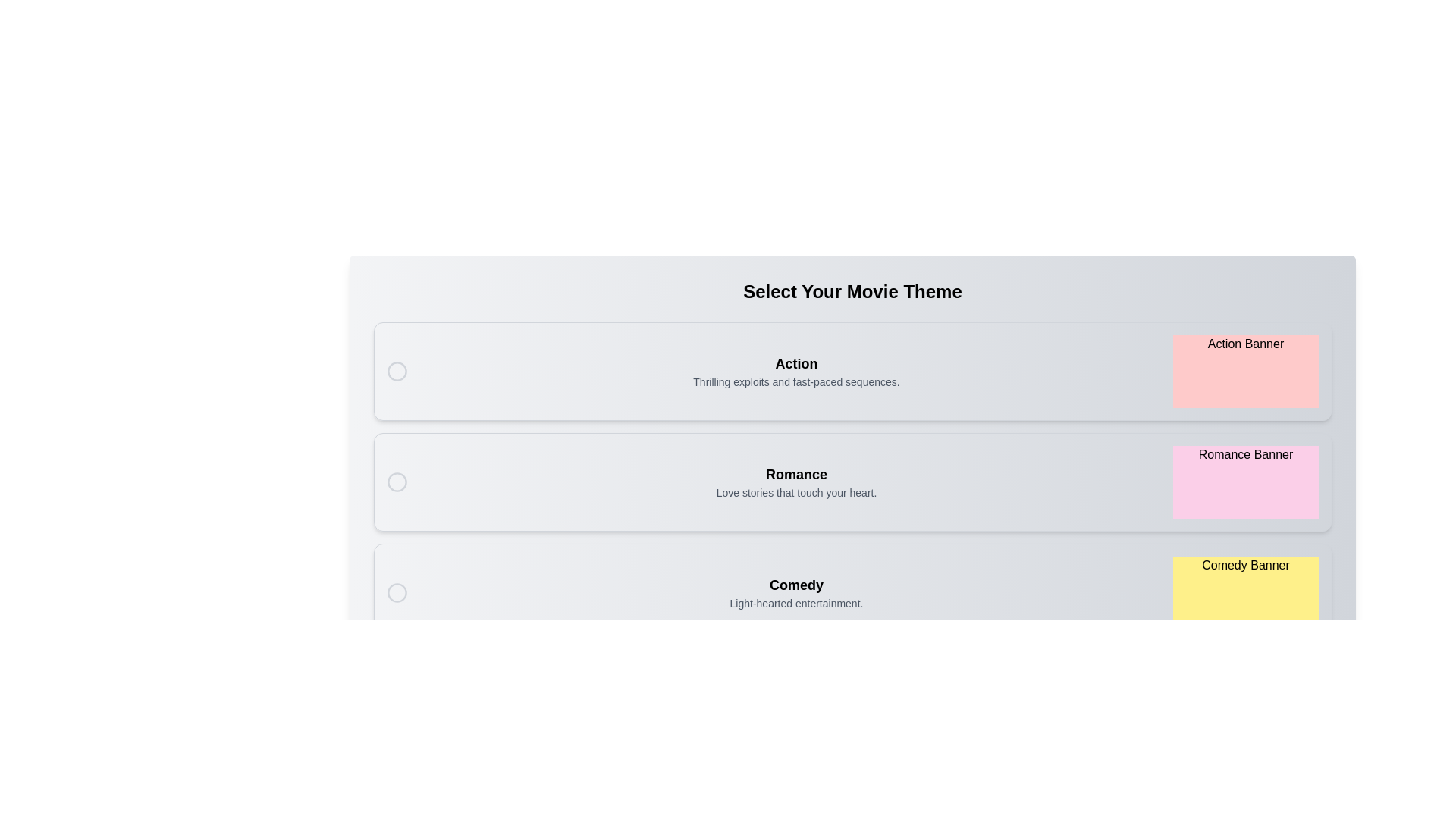  I want to click on the Text Header element located at the top section of the panel with a gradient background and rounded corners, which informs the user about the content of the selection interface below it, so click(852, 292).